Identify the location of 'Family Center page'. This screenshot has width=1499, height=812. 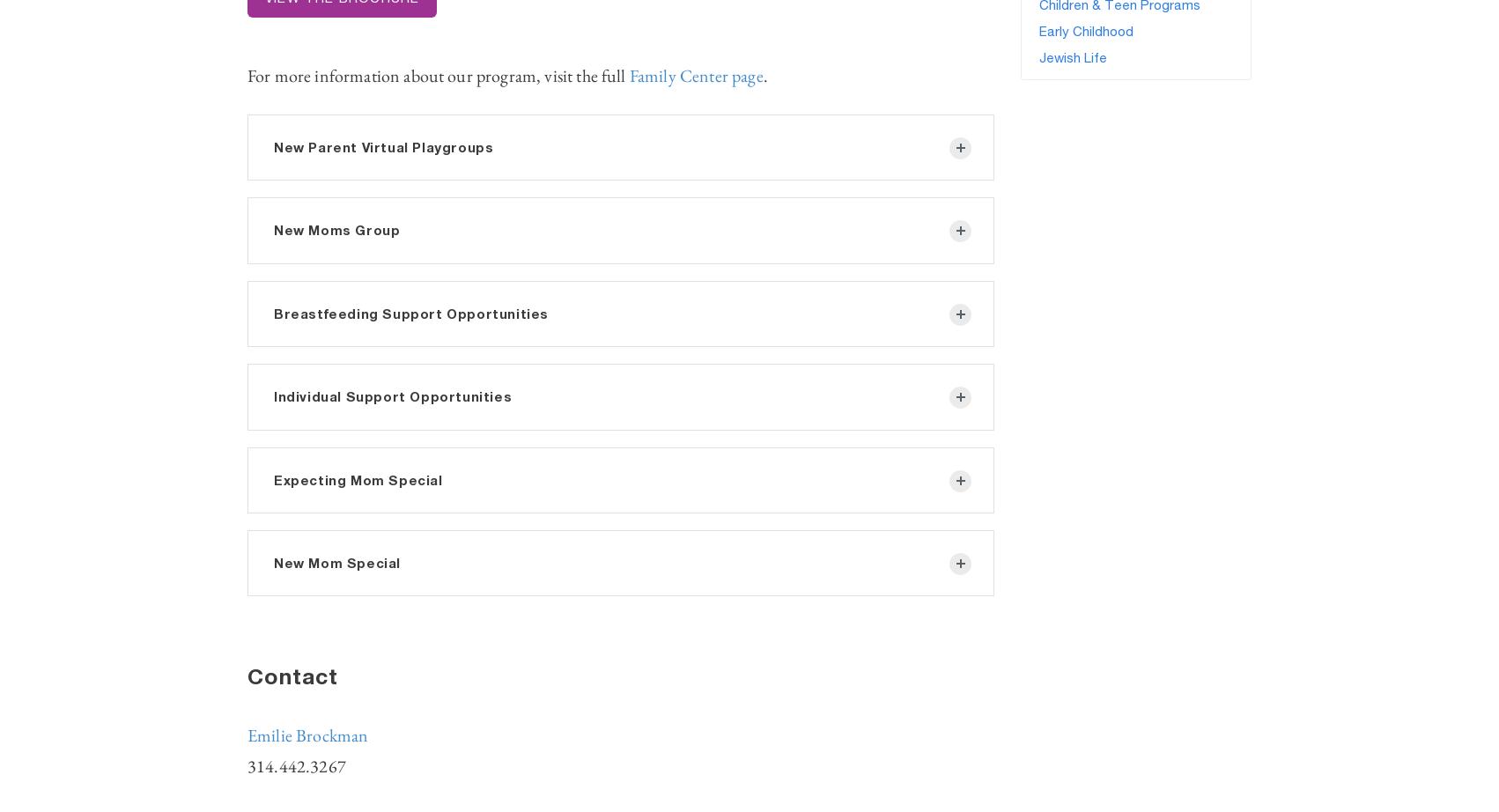
(695, 75).